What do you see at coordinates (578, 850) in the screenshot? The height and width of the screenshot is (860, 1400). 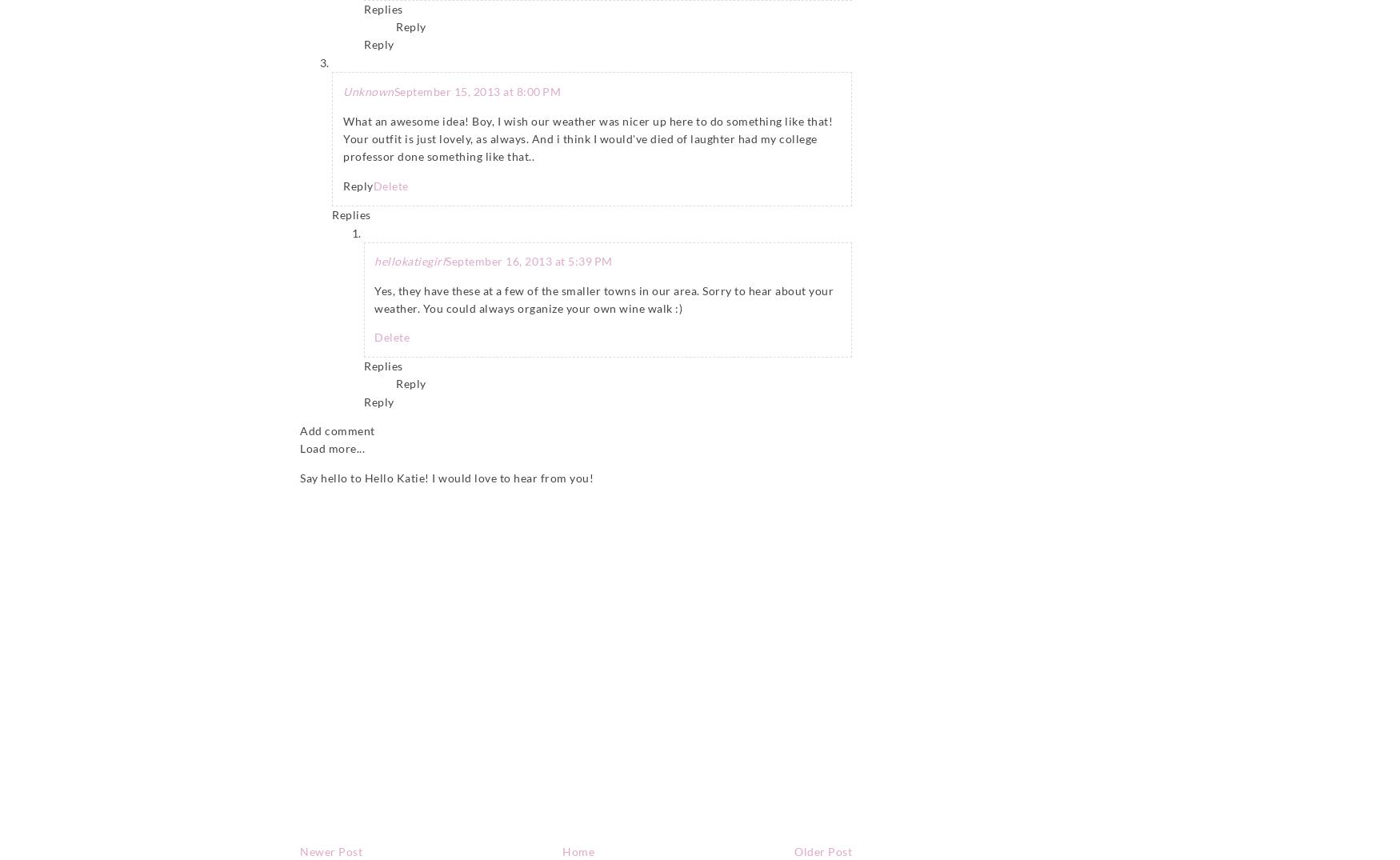 I see `'Home'` at bounding box center [578, 850].